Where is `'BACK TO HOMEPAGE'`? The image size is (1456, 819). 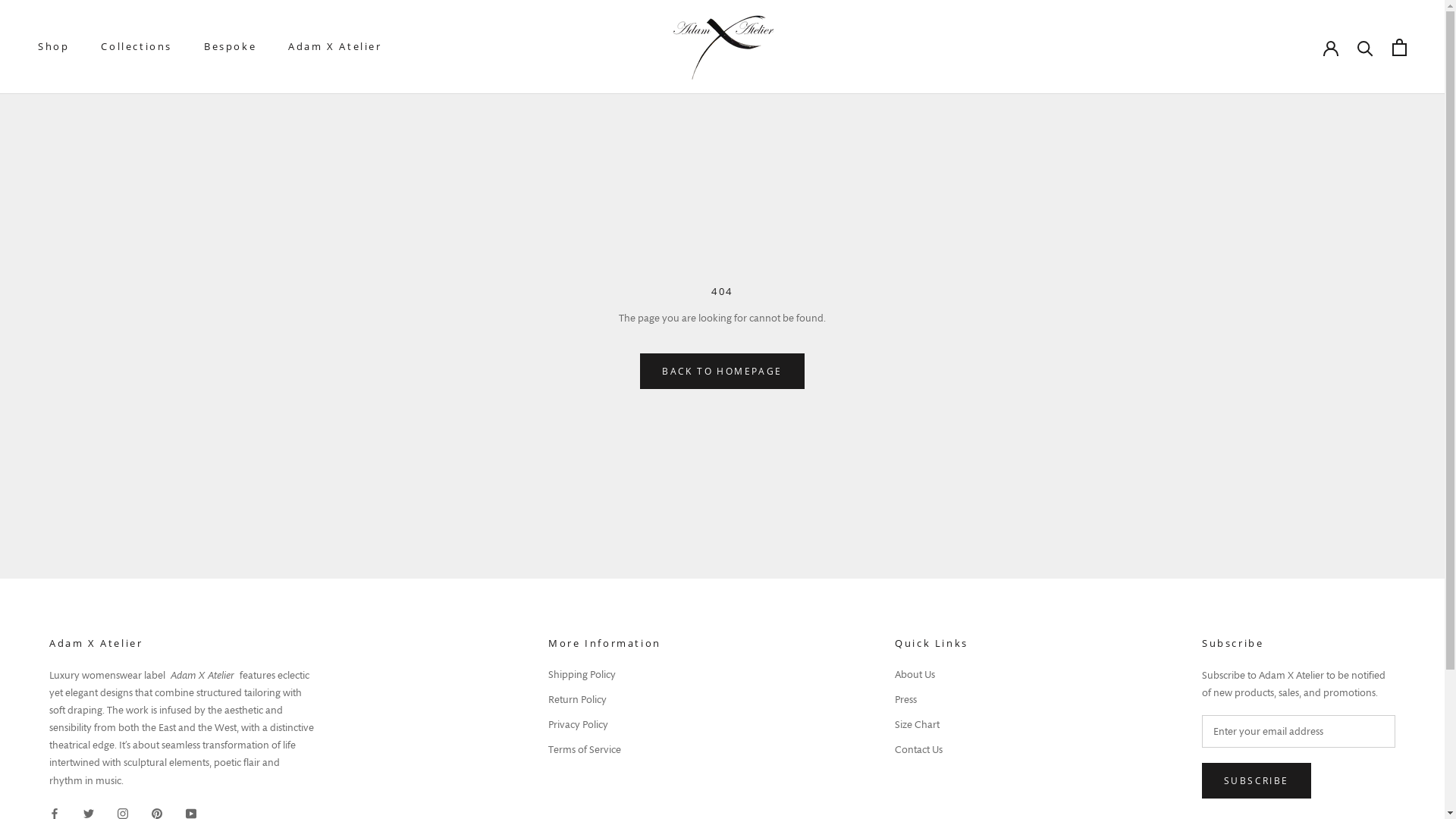
'BACK TO HOMEPAGE' is located at coordinates (720, 371).